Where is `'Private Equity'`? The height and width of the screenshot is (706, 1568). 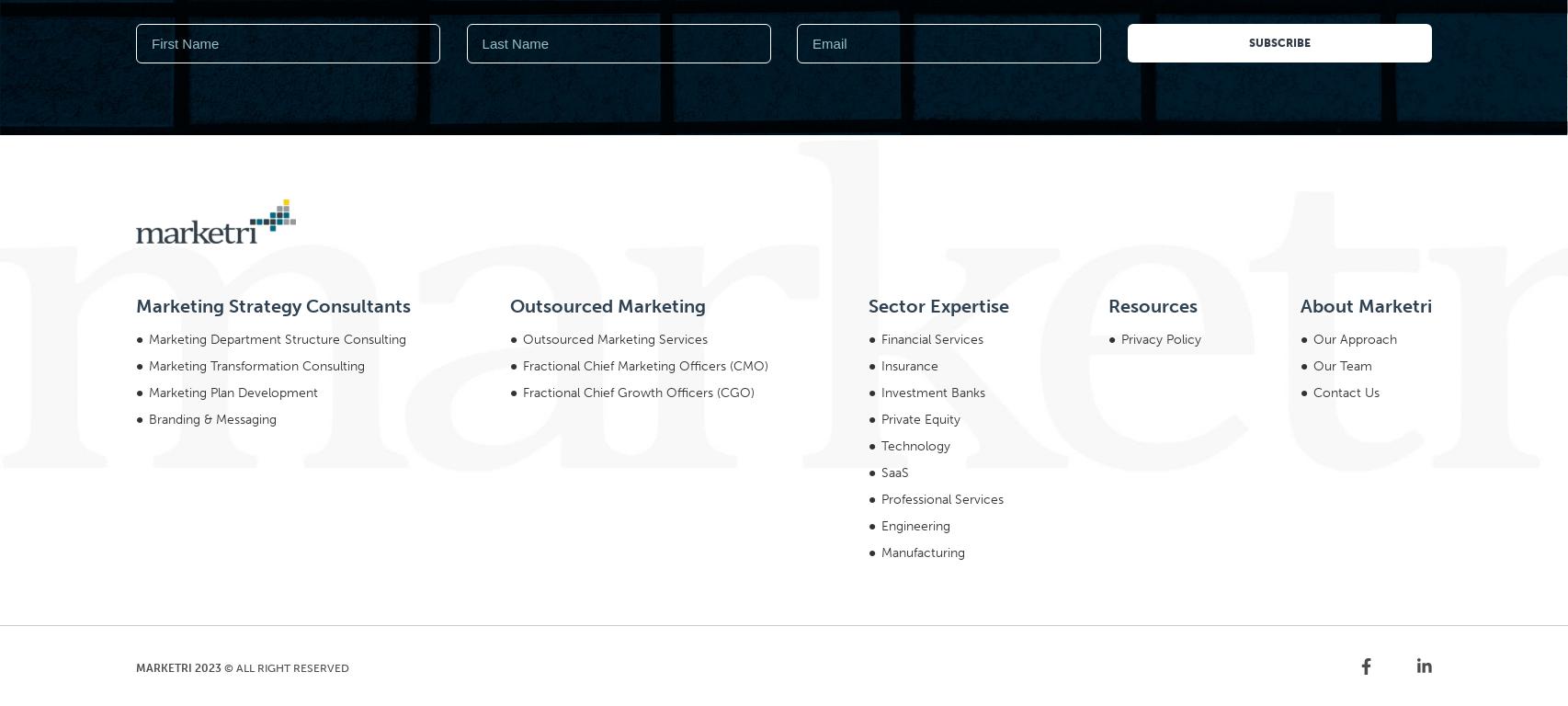
'Private Equity' is located at coordinates (920, 168).